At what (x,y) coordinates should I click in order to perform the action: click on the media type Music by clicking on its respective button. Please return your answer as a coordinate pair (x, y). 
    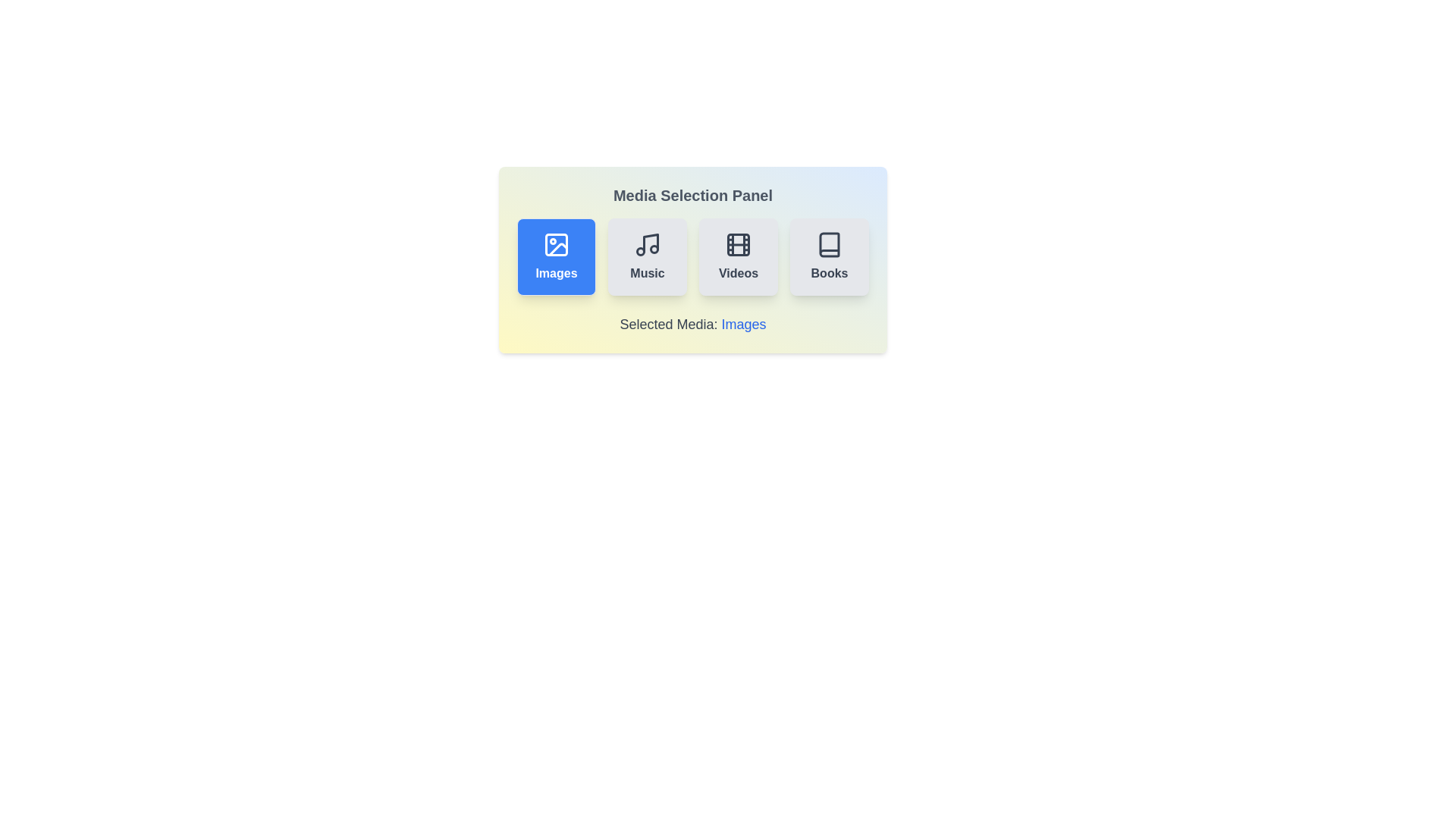
    Looking at the image, I should click on (648, 256).